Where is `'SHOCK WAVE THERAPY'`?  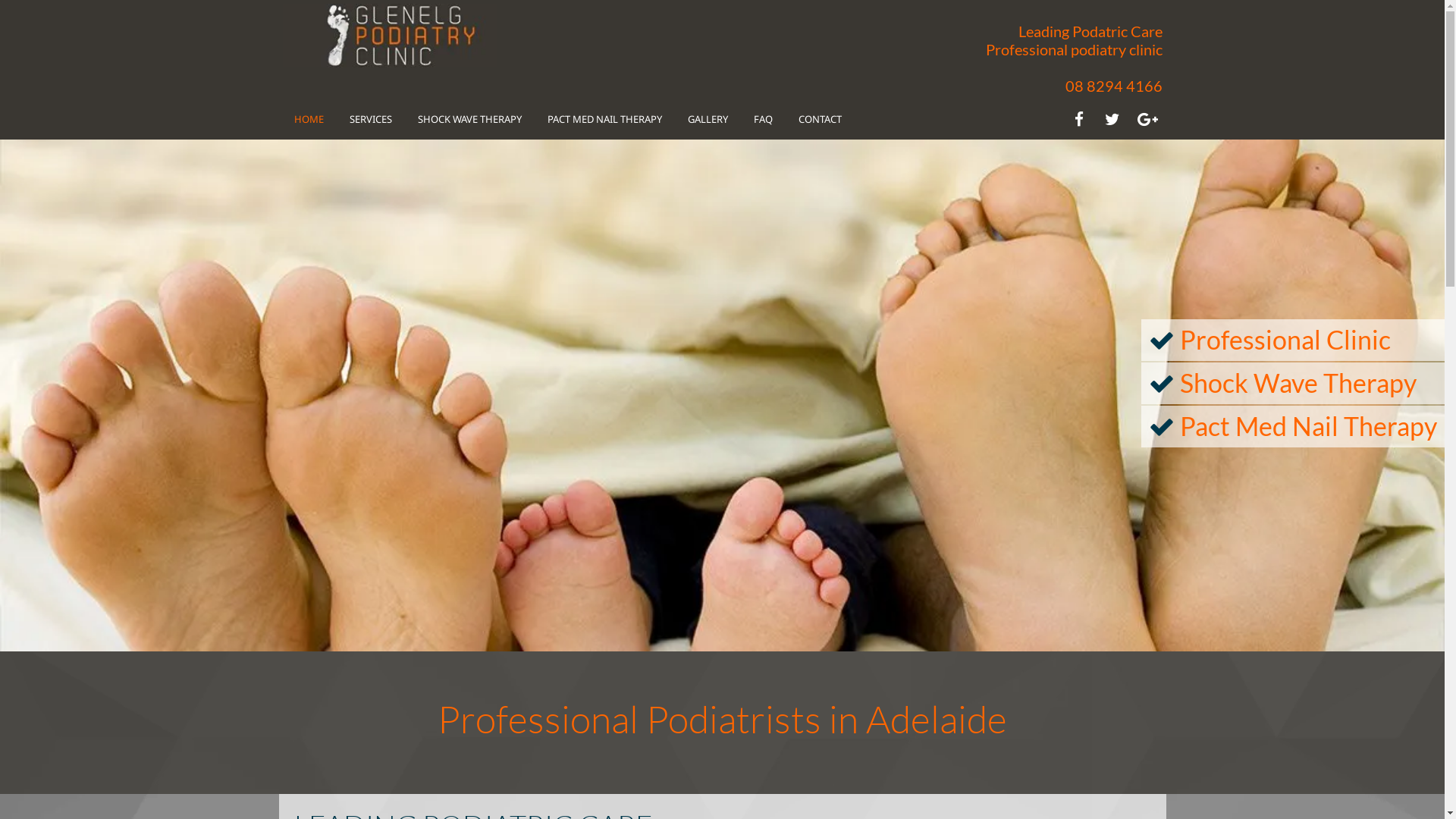
'SHOCK WAVE THERAPY' is located at coordinates (417, 118).